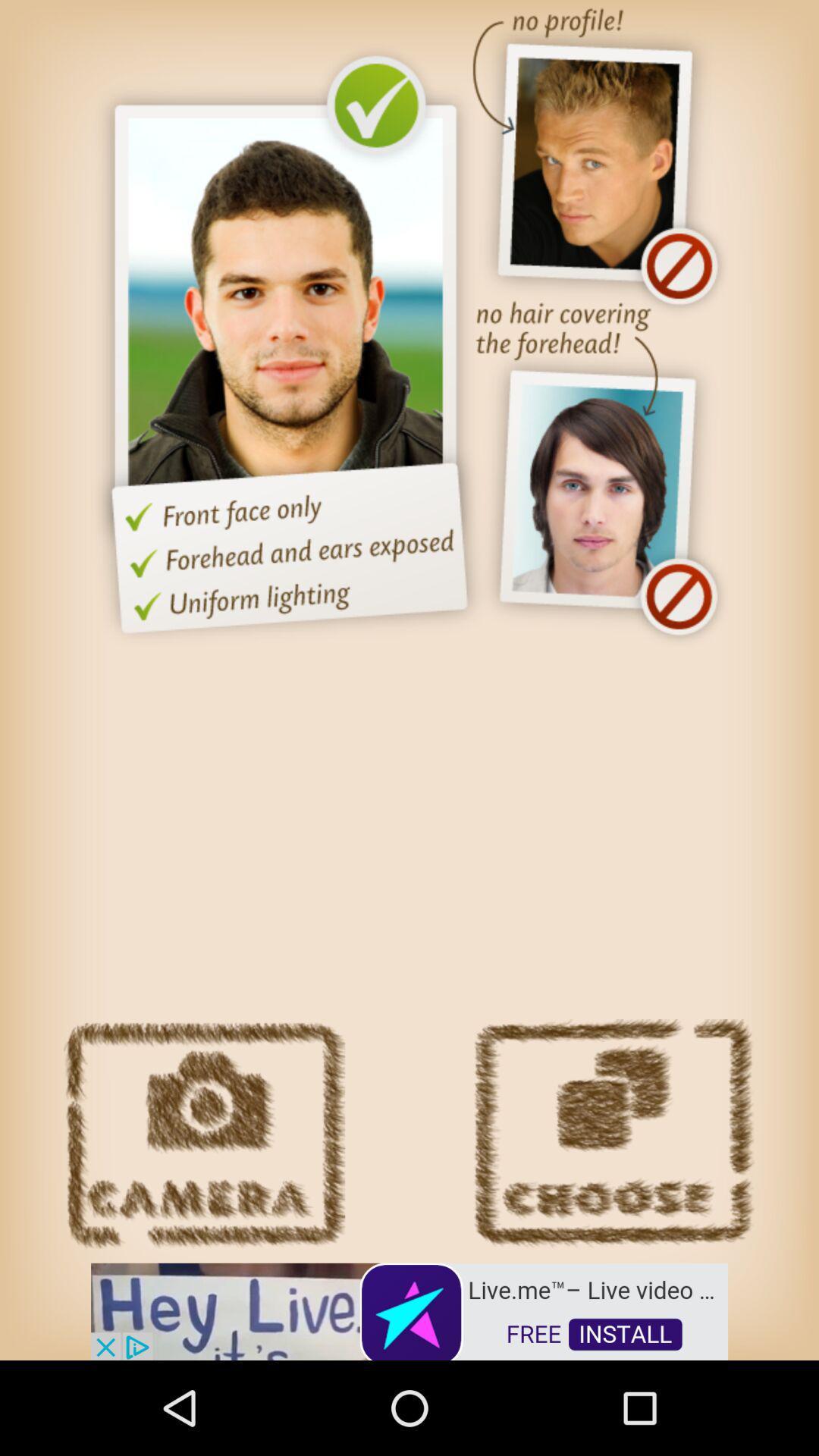 This screenshot has height=1456, width=819. What do you see at coordinates (409, 1310) in the screenshot?
I see `view advertisement` at bounding box center [409, 1310].